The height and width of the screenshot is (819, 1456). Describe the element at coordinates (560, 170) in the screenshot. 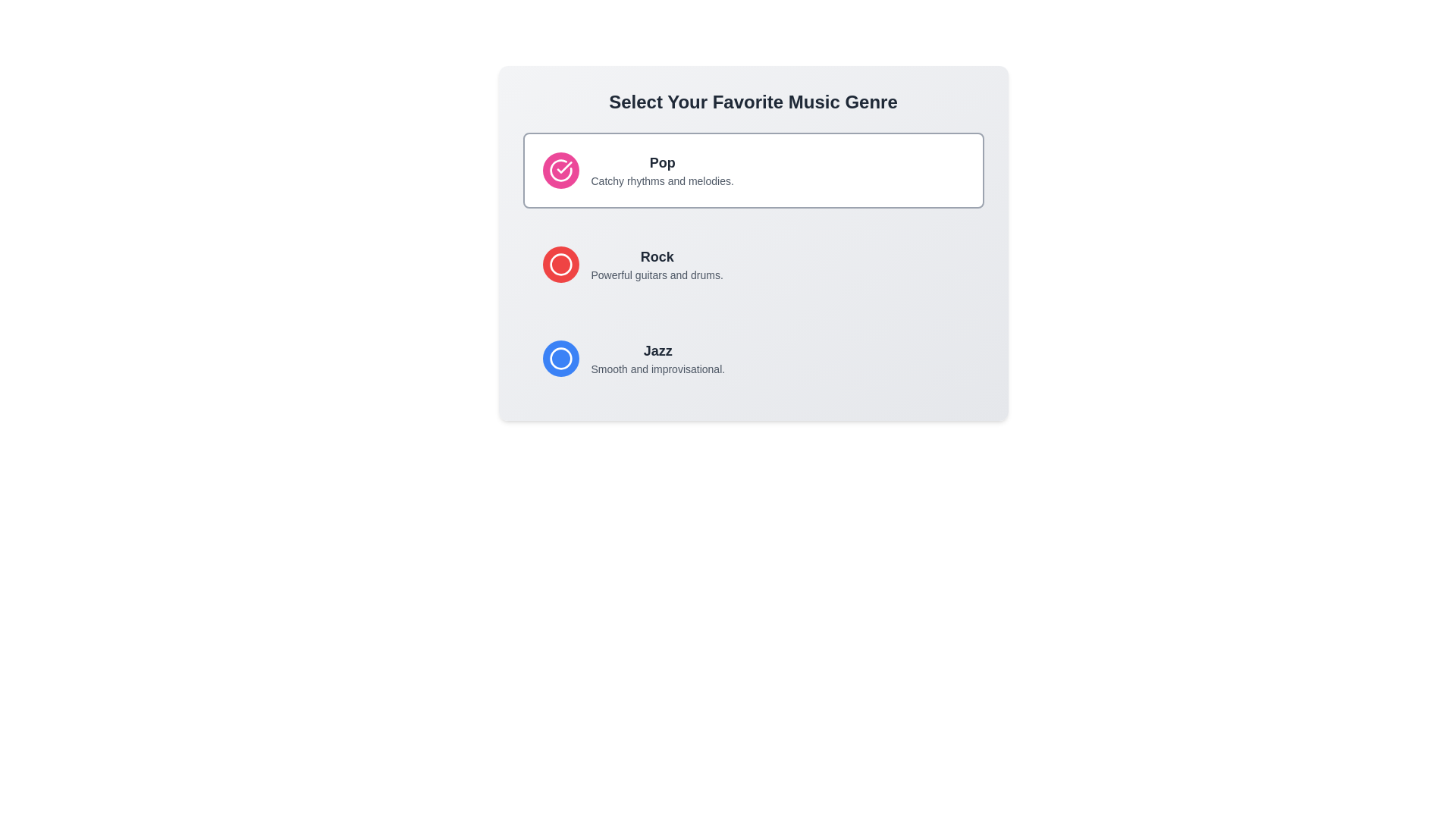

I see `the Circular selection icon that indicates the 'Pop' genre to confirm the selection` at that location.